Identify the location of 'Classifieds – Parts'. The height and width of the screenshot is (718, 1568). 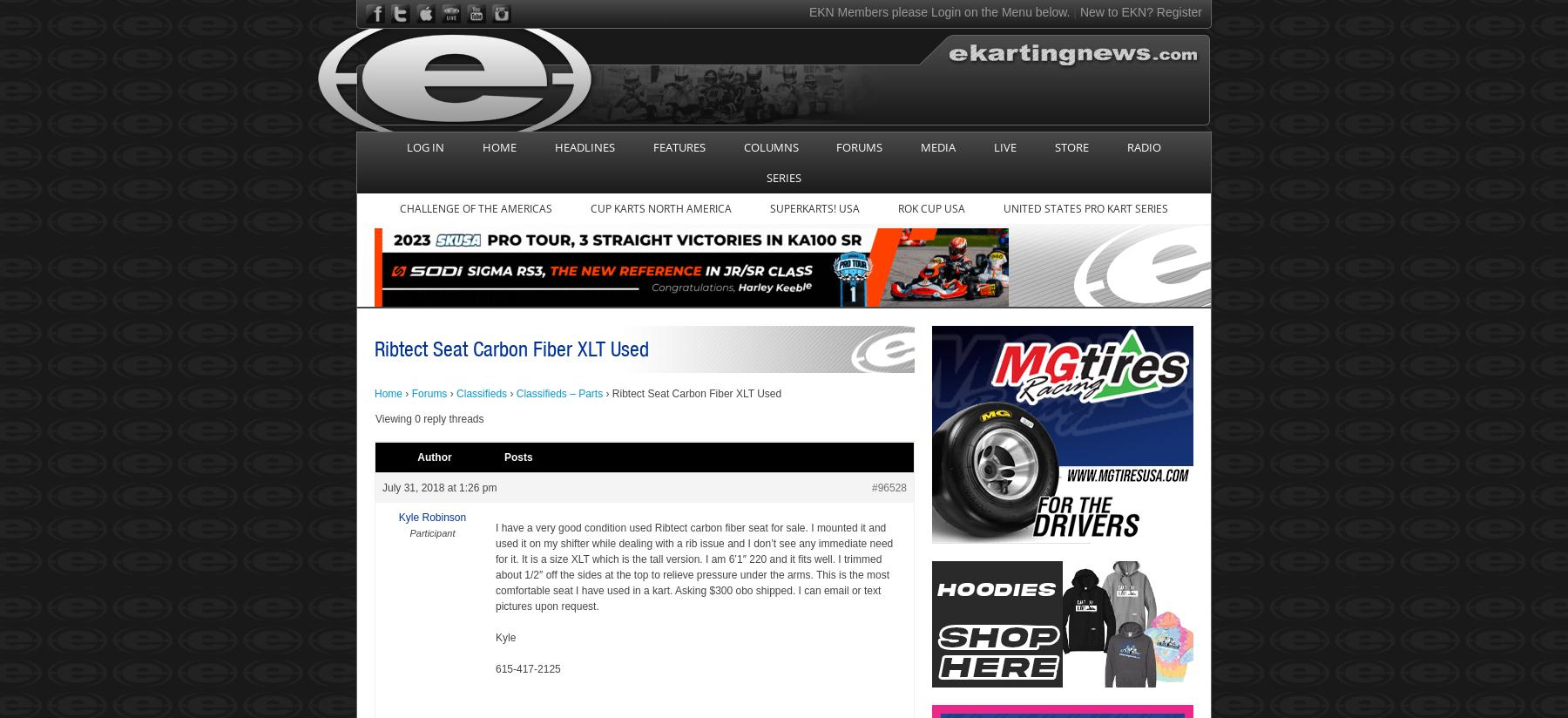
(559, 392).